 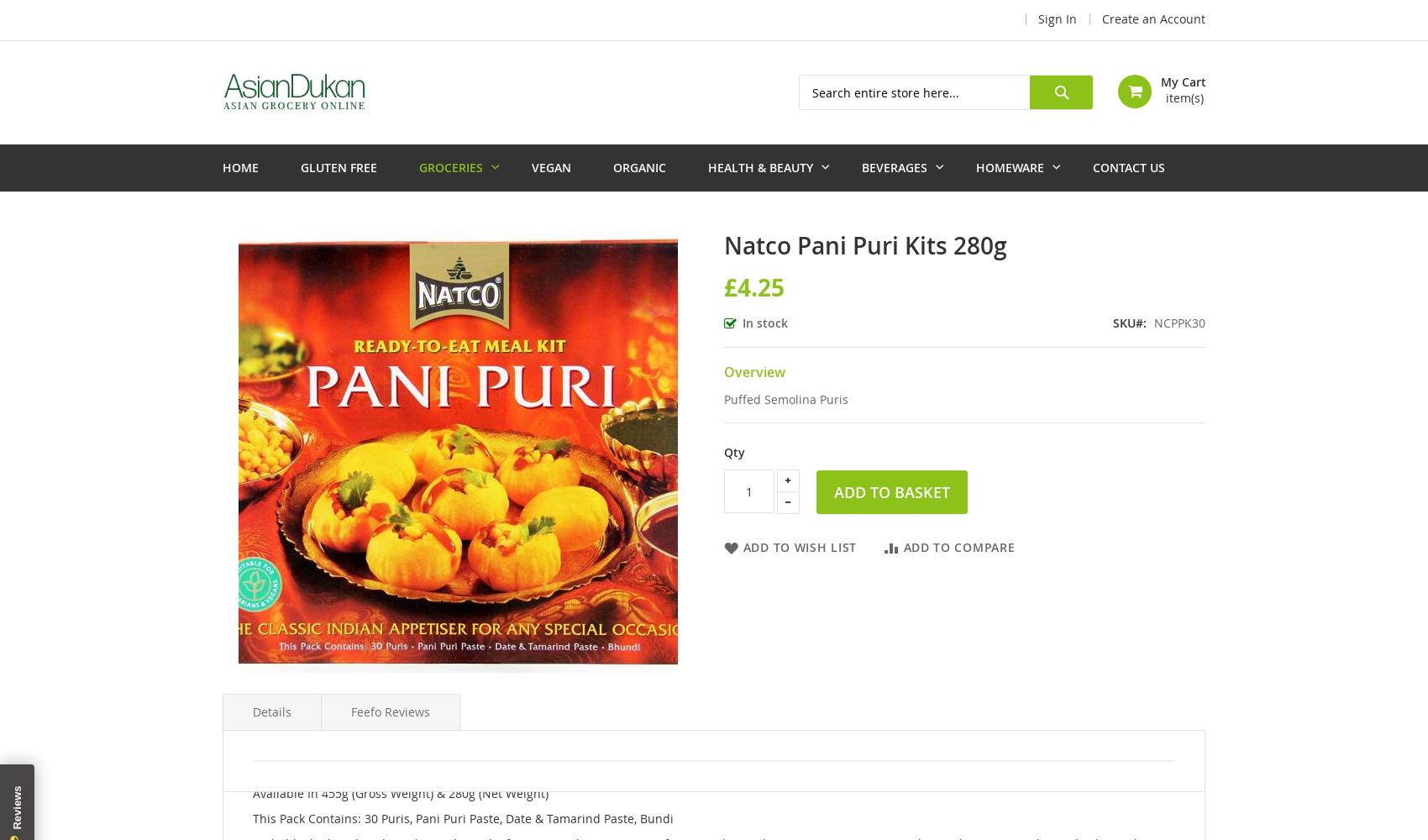 I want to click on '£4.25', so click(x=753, y=286).